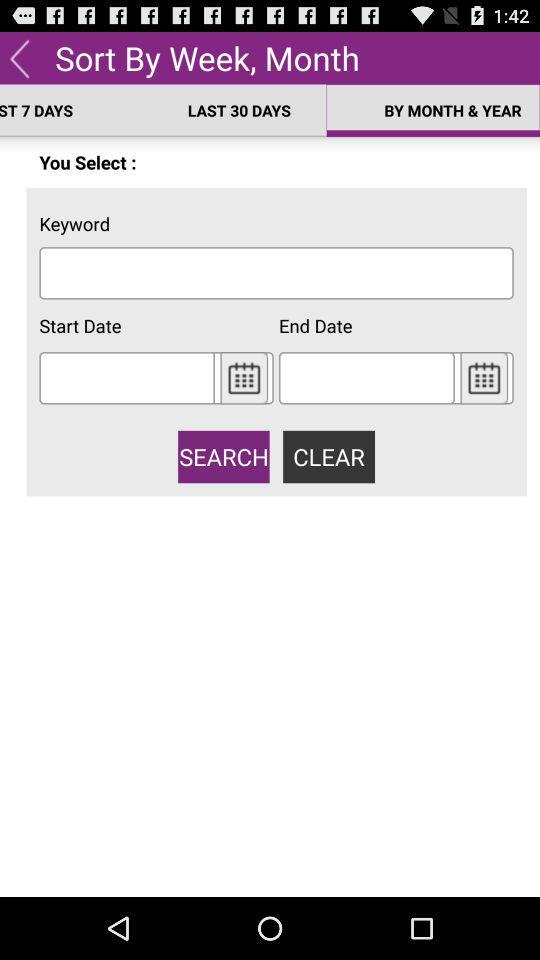  I want to click on the item above last 7 days item, so click(18, 56).